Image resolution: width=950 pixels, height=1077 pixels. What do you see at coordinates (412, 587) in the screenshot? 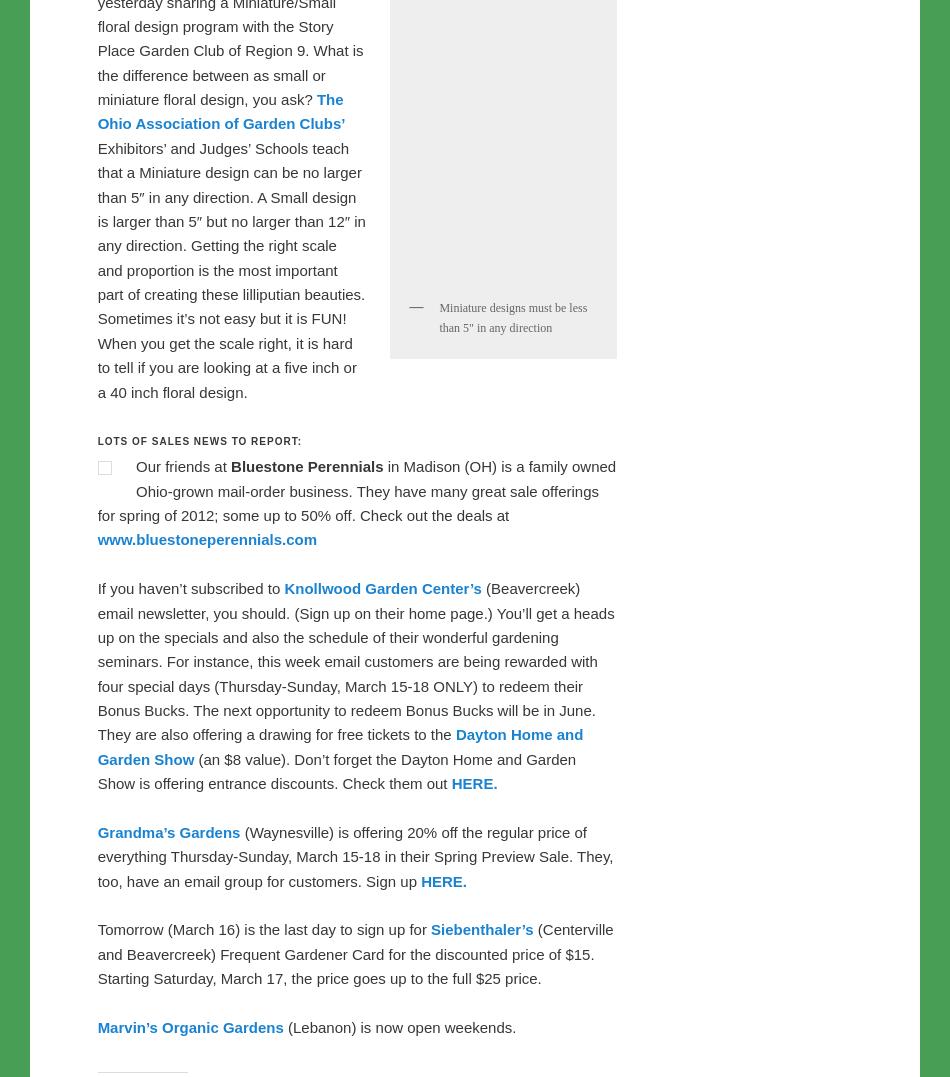
I see `'www.bluestoneperennials.com'` at bounding box center [412, 587].